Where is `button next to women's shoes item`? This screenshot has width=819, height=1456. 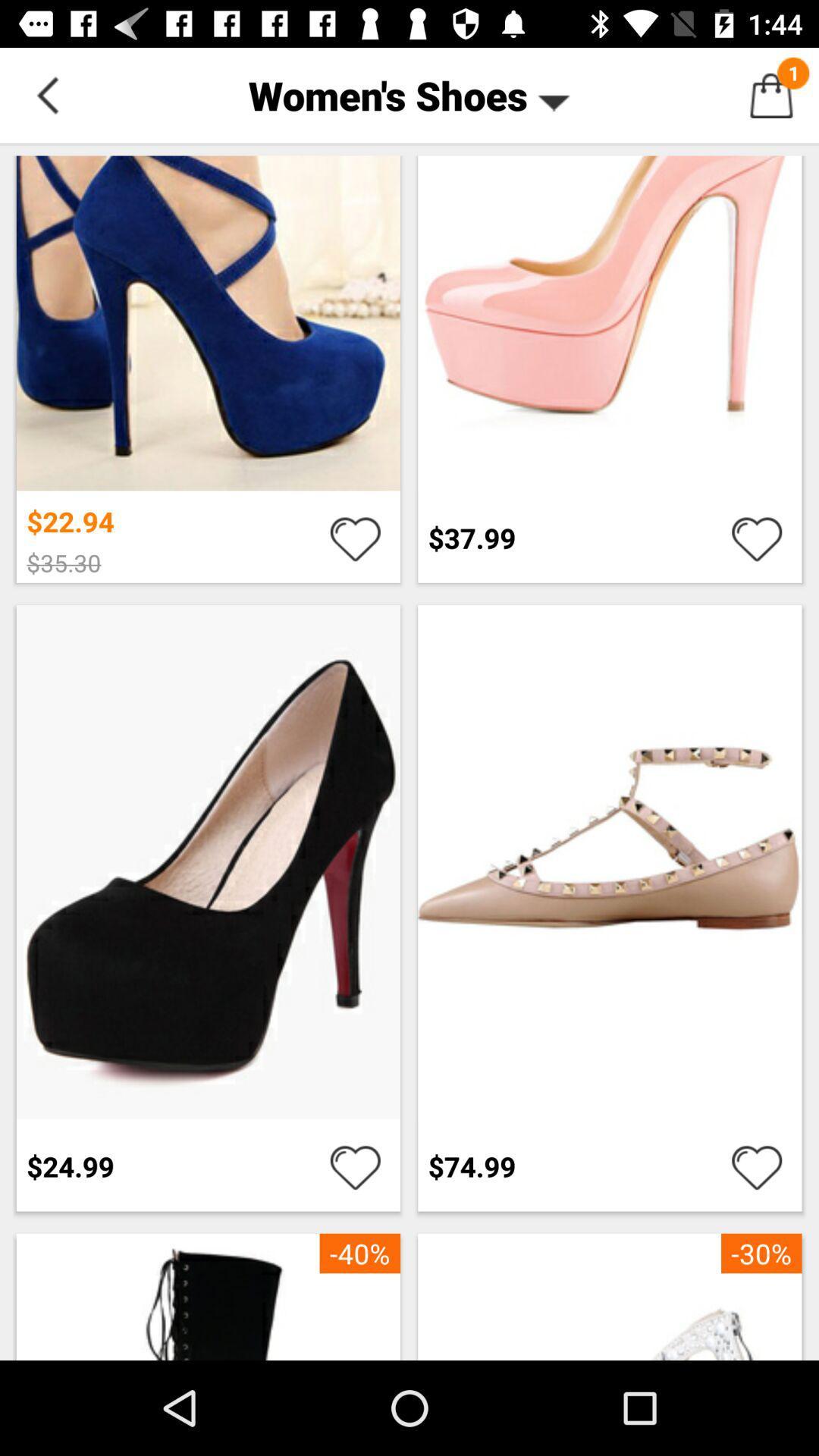
button next to women's shoes item is located at coordinates (46, 94).